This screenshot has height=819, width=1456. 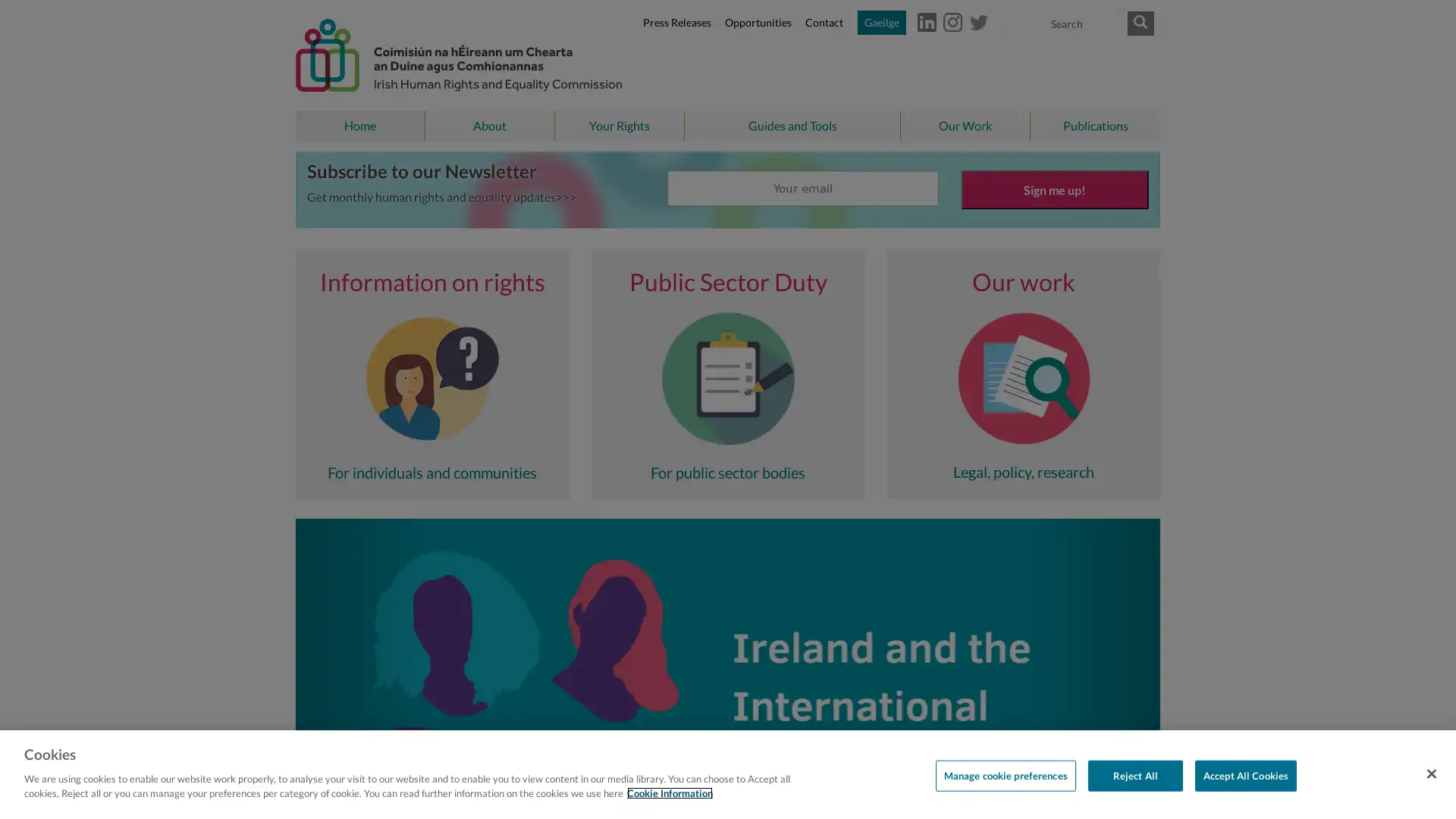 What do you see at coordinates (1053, 189) in the screenshot?
I see `Sign me up!` at bounding box center [1053, 189].